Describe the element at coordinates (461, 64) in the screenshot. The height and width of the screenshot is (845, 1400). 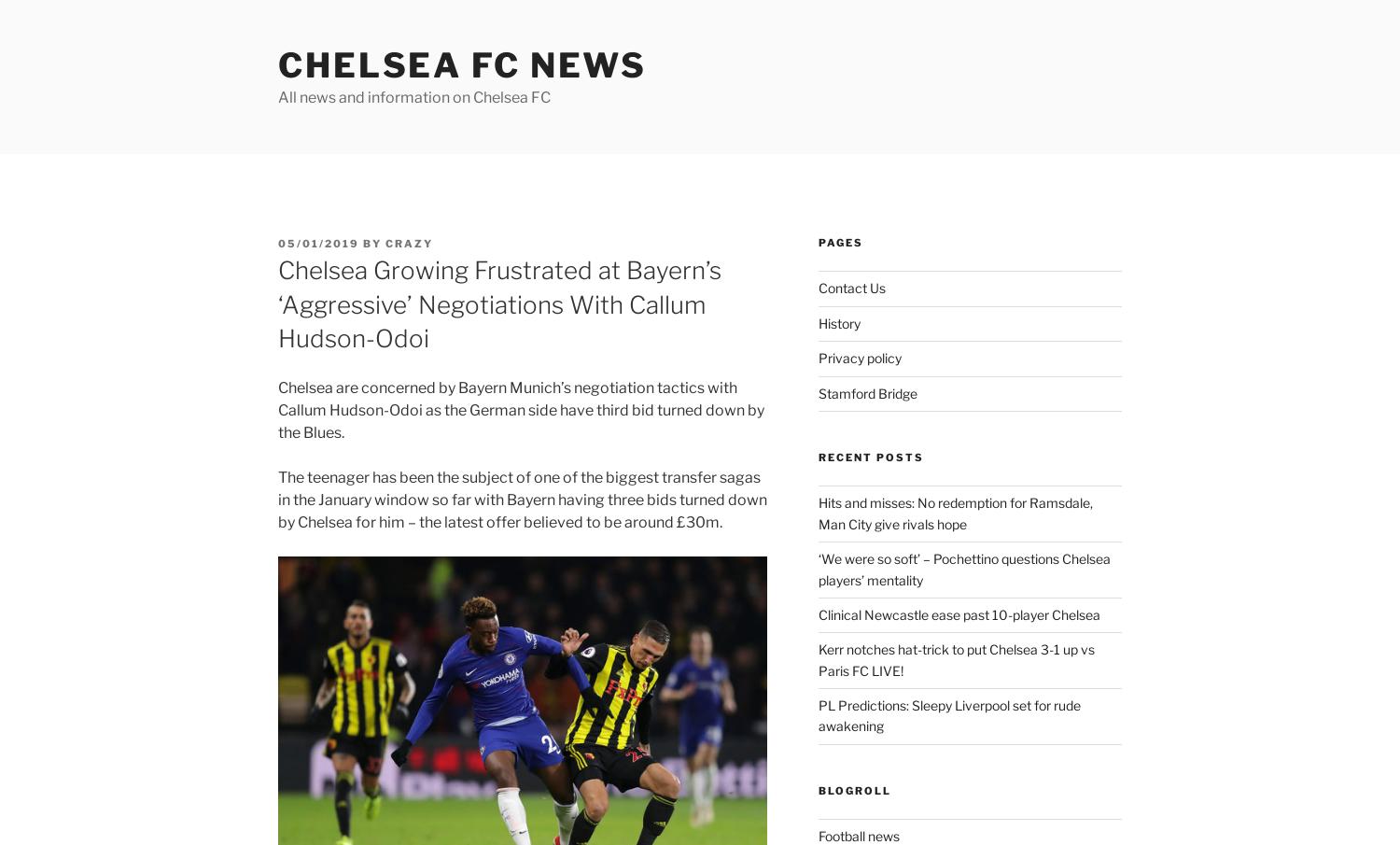
I see `'Chelsea FC News'` at that location.